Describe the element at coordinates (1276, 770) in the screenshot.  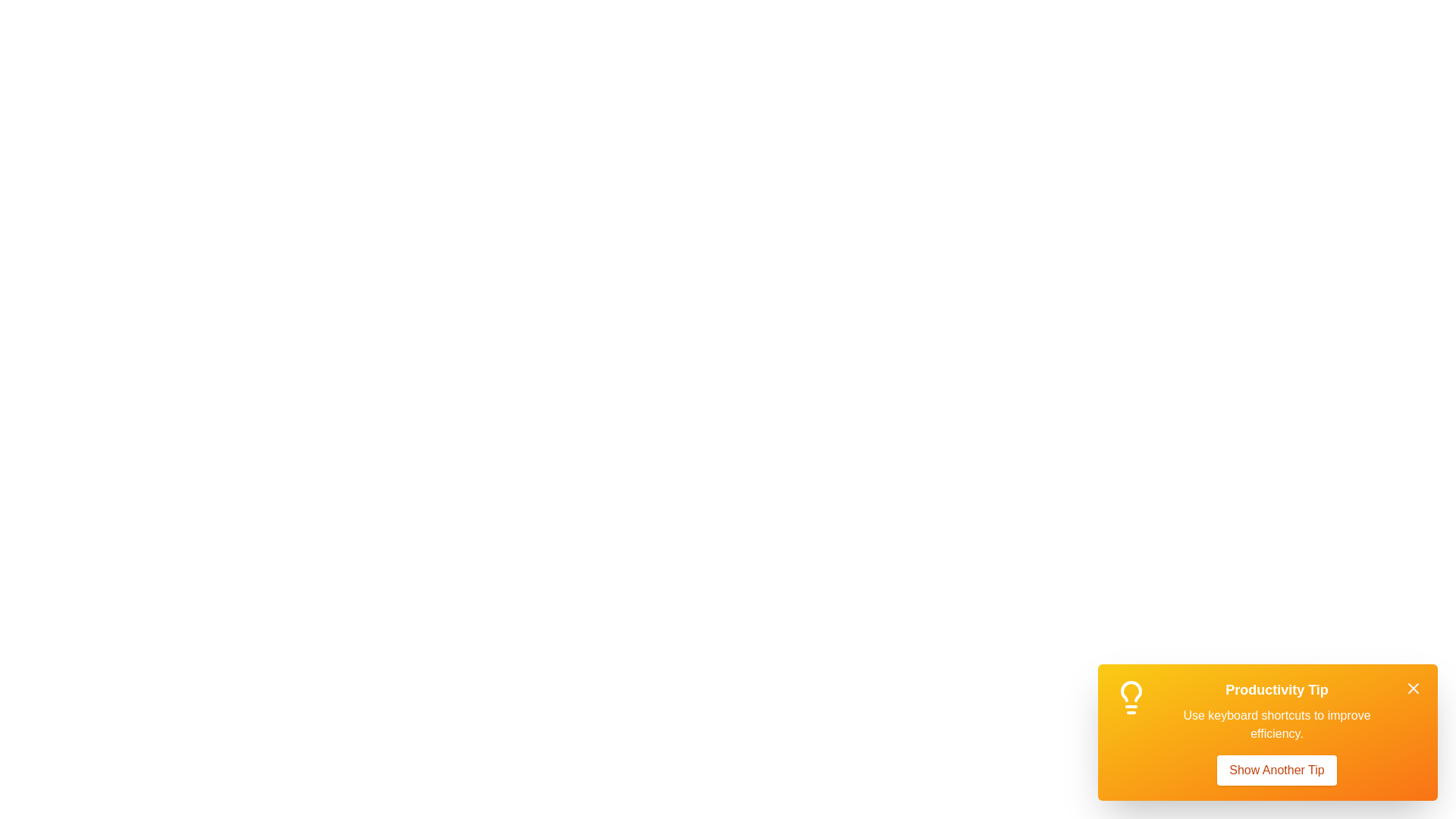
I see `'Show Another Tip' button to display the next productivity tip` at that location.